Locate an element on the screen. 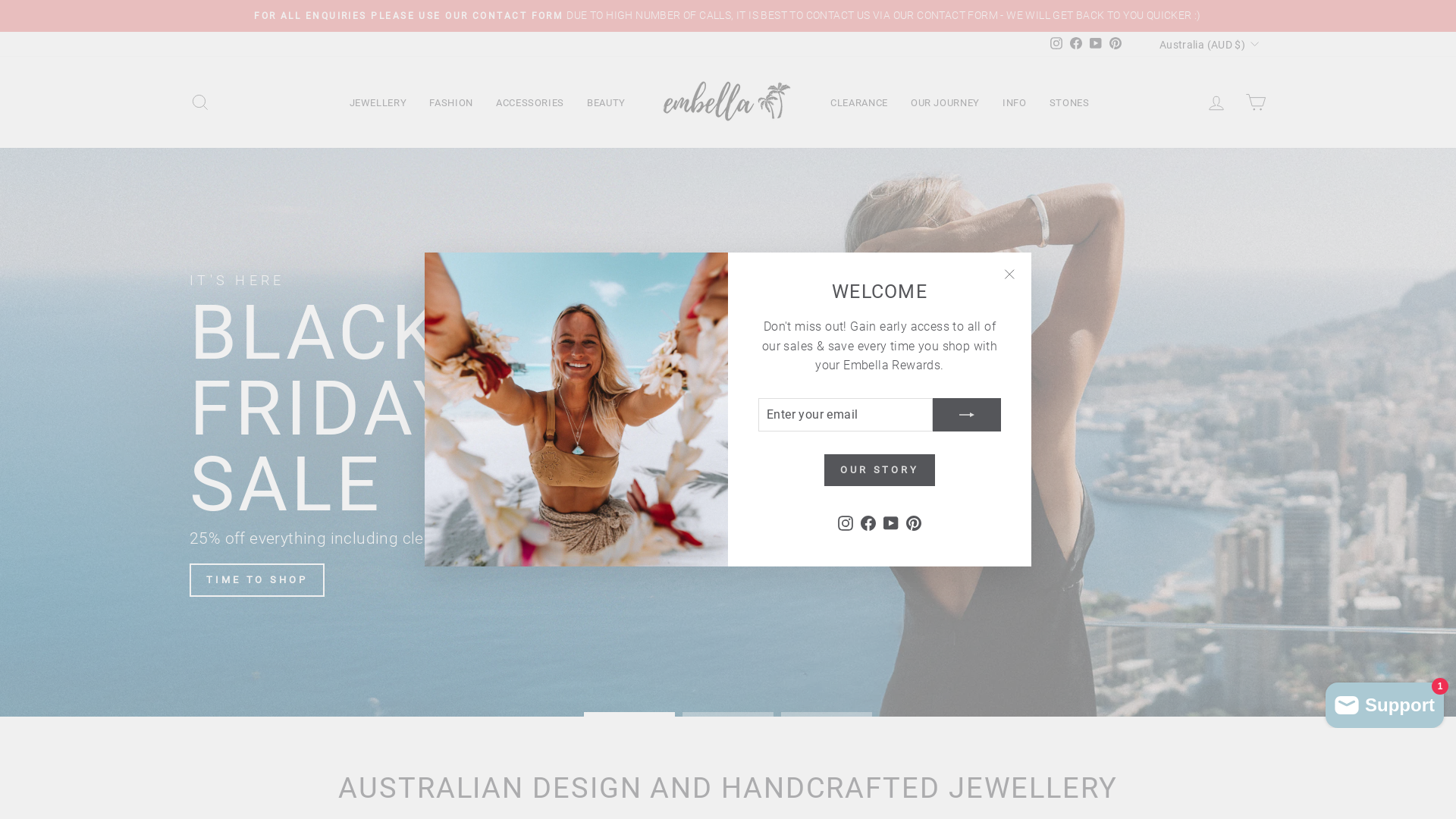  '"Close (esc)"' is located at coordinates (1009, 275).